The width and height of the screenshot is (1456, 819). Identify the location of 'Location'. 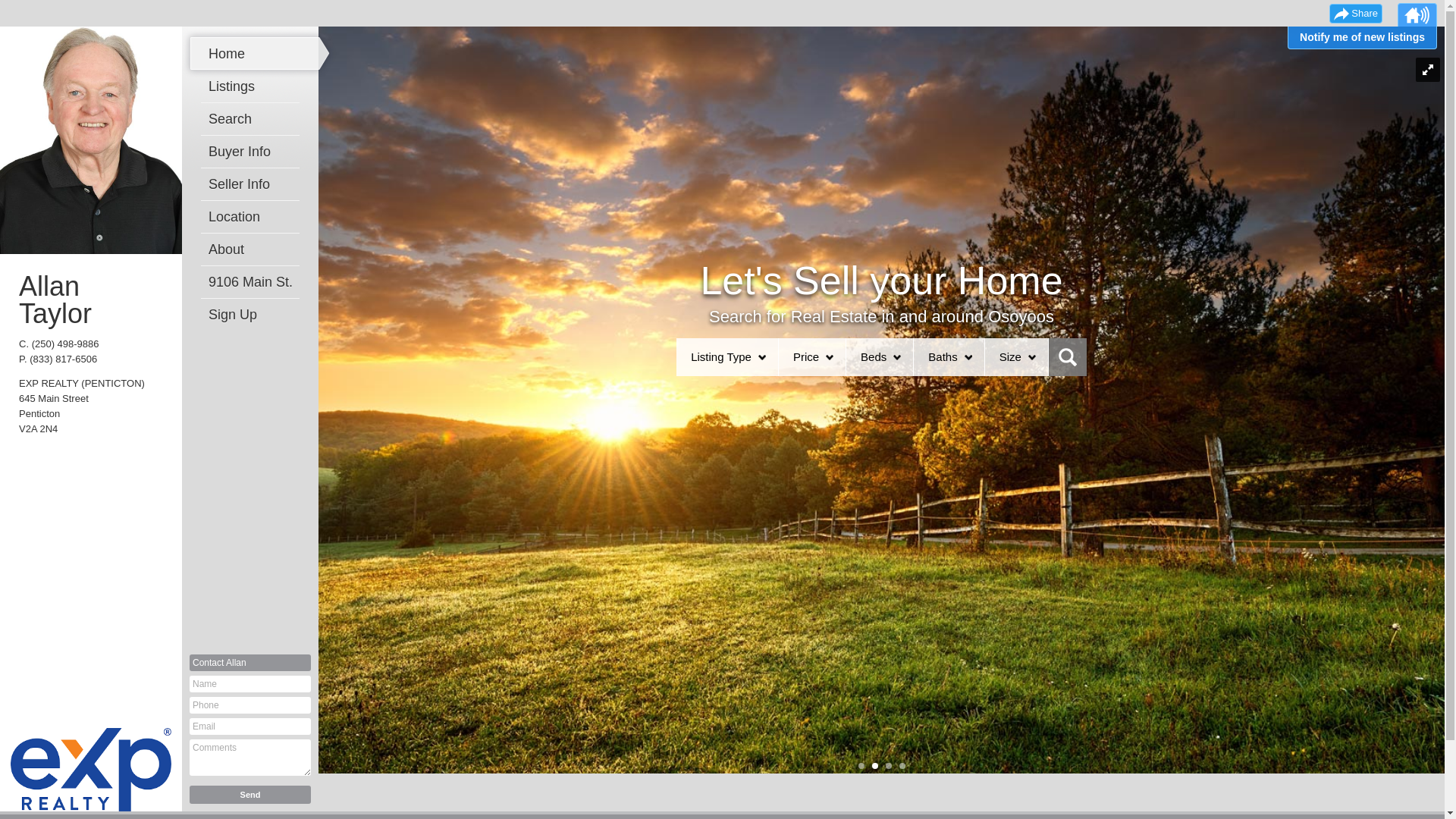
(254, 216).